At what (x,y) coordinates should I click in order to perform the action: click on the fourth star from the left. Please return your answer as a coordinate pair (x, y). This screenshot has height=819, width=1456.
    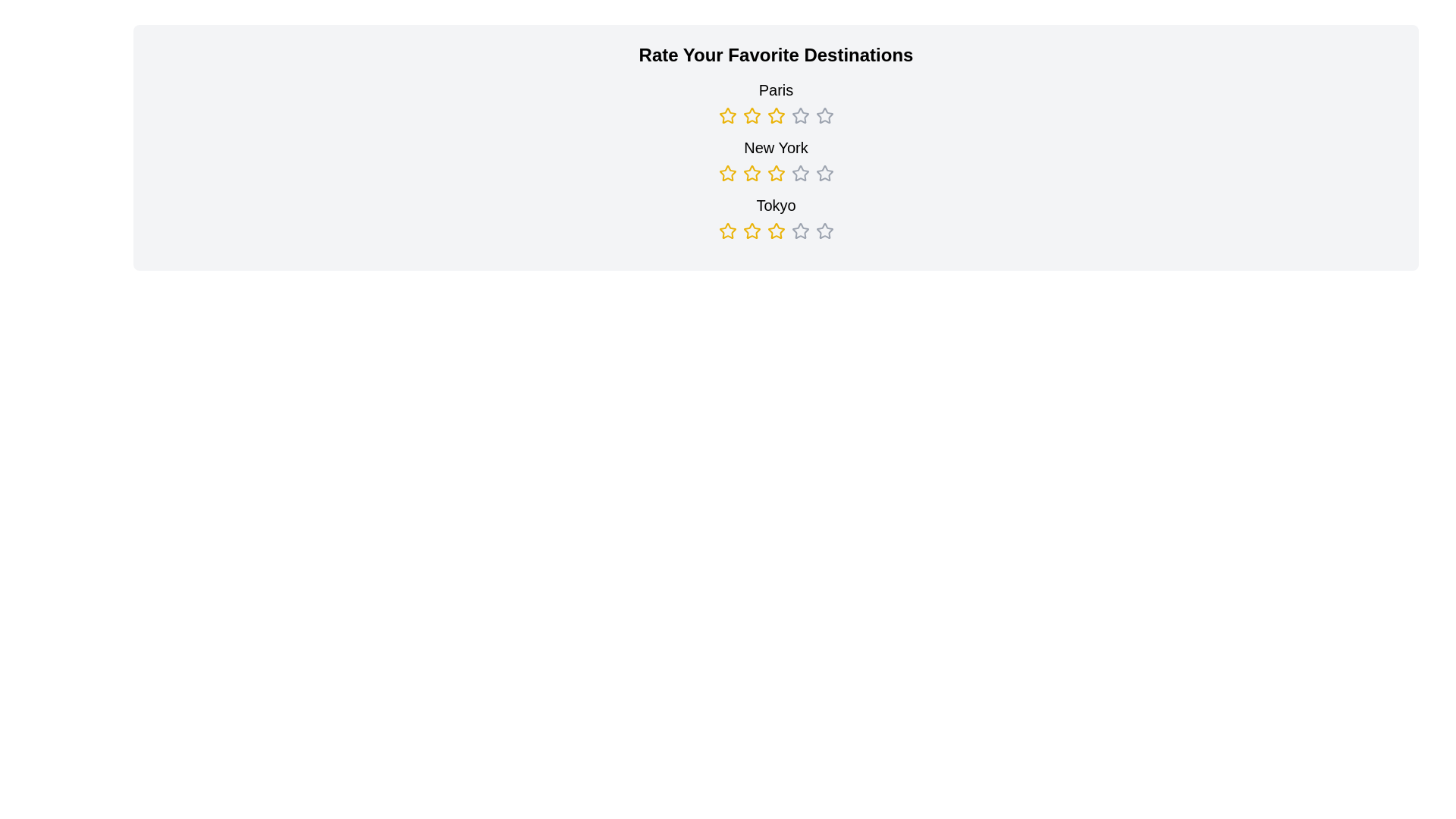
    Looking at the image, I should click on (776, 172).